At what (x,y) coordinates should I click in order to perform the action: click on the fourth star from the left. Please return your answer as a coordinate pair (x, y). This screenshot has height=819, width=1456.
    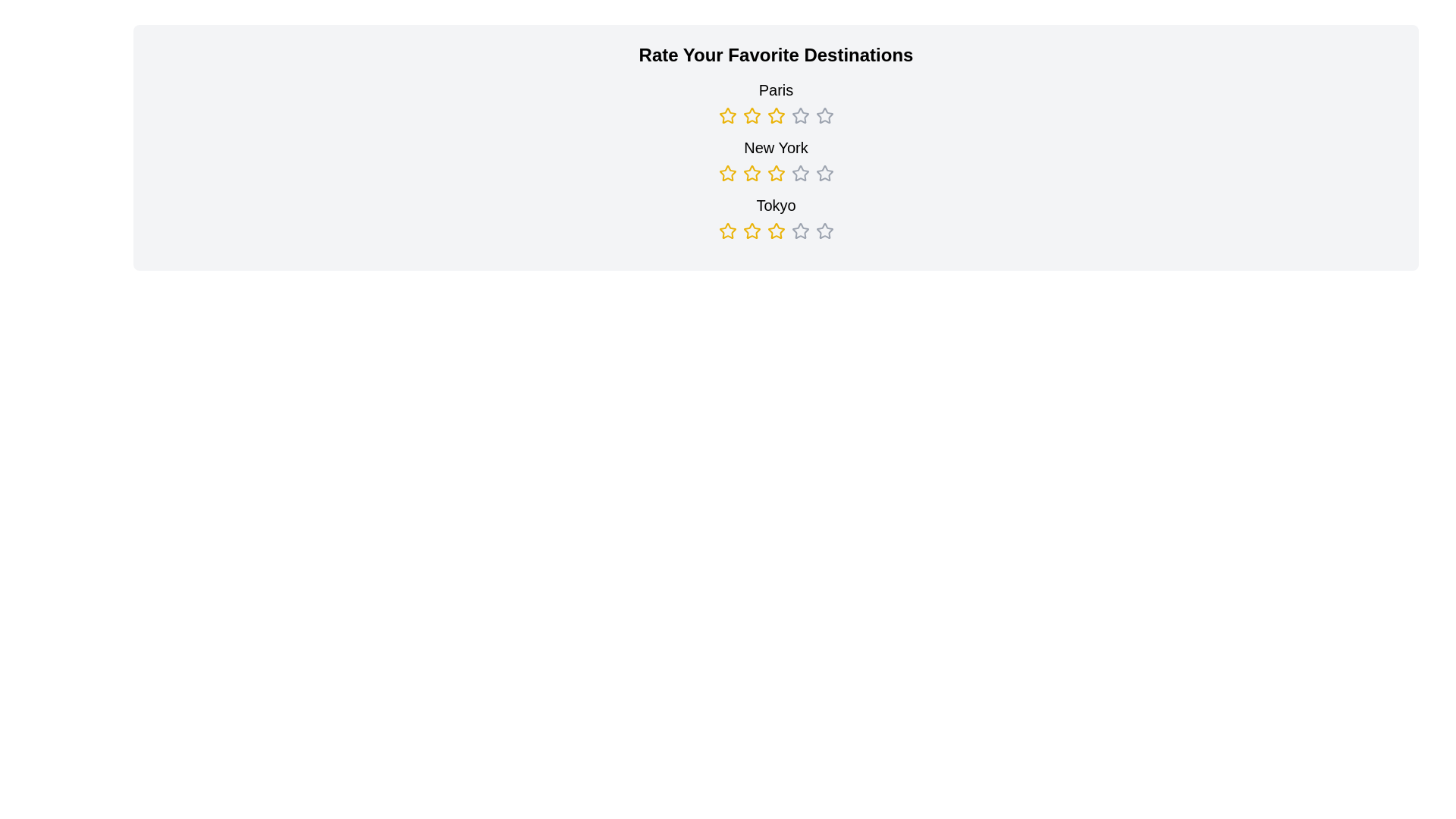
    Looking at the image, I should click on (776, 172).